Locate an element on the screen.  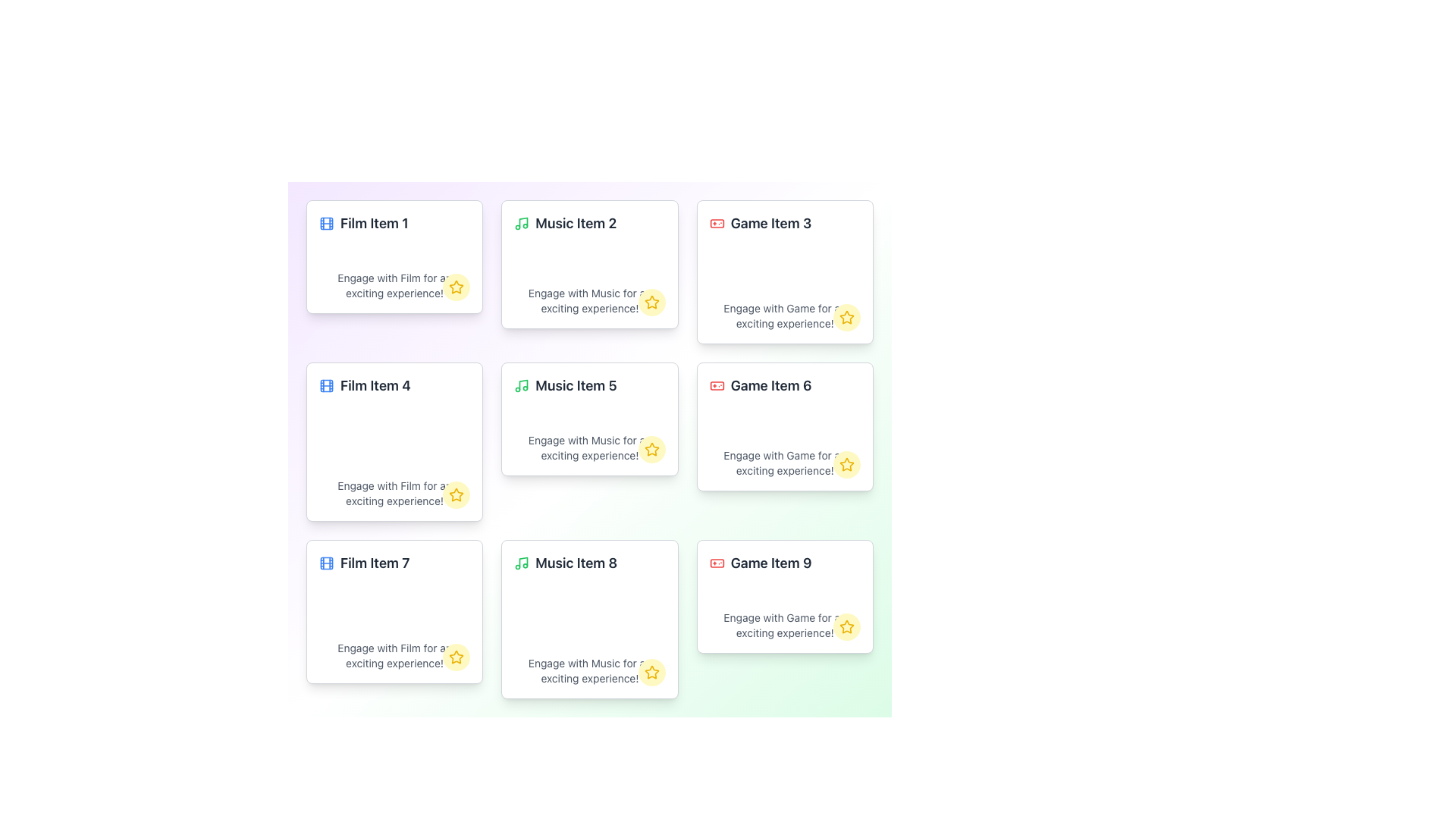
descriptive text located within the 'Game Item 9' card, positioned below the 'Game Item 9' title and above the star icon is located at coordinates (785, 626).